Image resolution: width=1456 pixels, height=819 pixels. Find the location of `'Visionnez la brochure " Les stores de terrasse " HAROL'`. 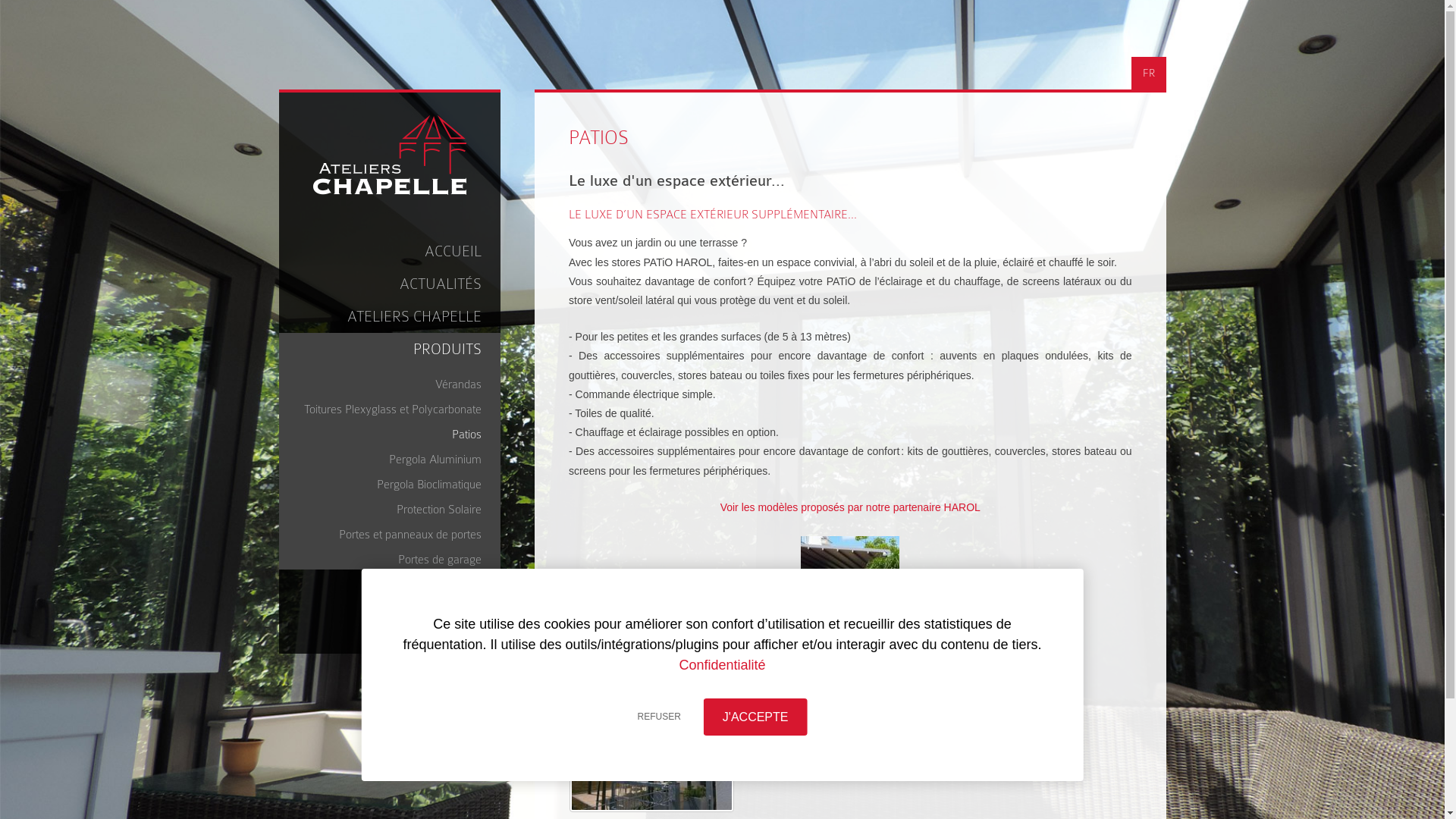

'Visionnez la brochure " Les stores de terrasse " HAROL' is located at coordinates (850, 659).